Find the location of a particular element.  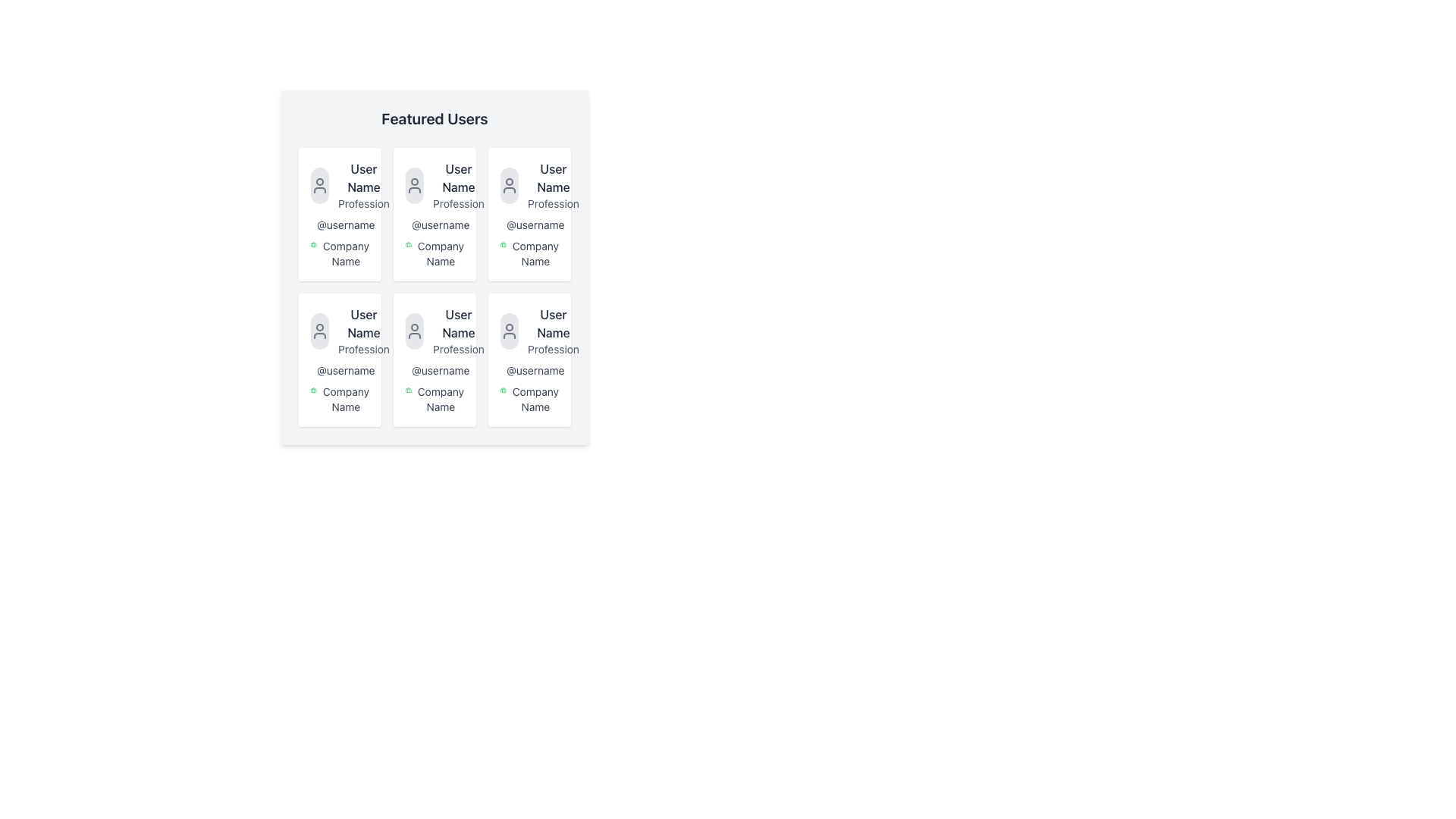

the Information display card that shows the name and profession of a user, located in the top-left corner of the 2x3 grid under 'Featured Users' is located at coordinates (339, 185).